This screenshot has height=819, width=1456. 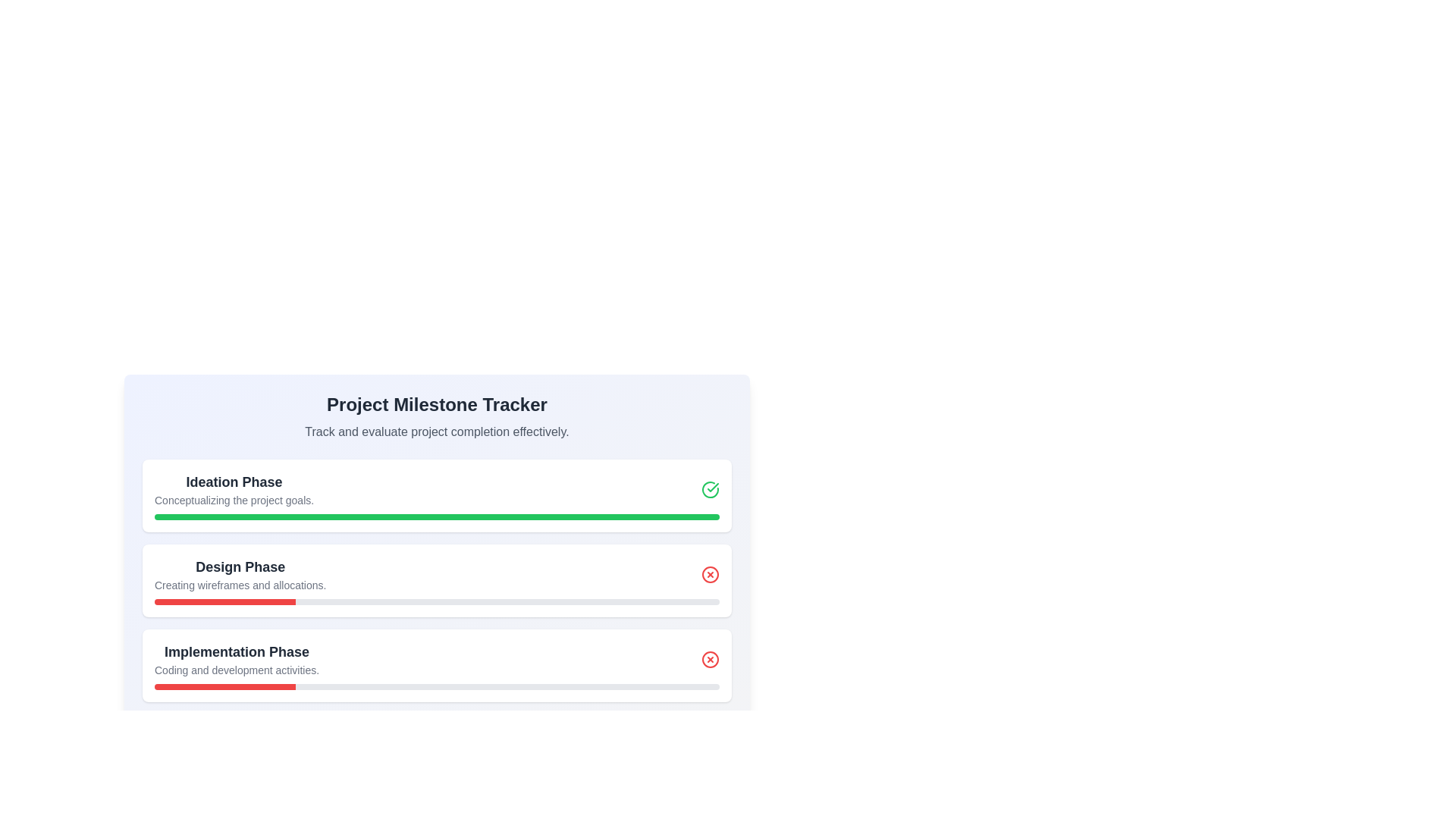 What do you see at coordinates (709, 659) in the screenshot?
I see `the error indicator icon located at the far-right of the 'Implementation Phase' card in the 'Project Milestone Tracker'` at bounding box center [709, 659].